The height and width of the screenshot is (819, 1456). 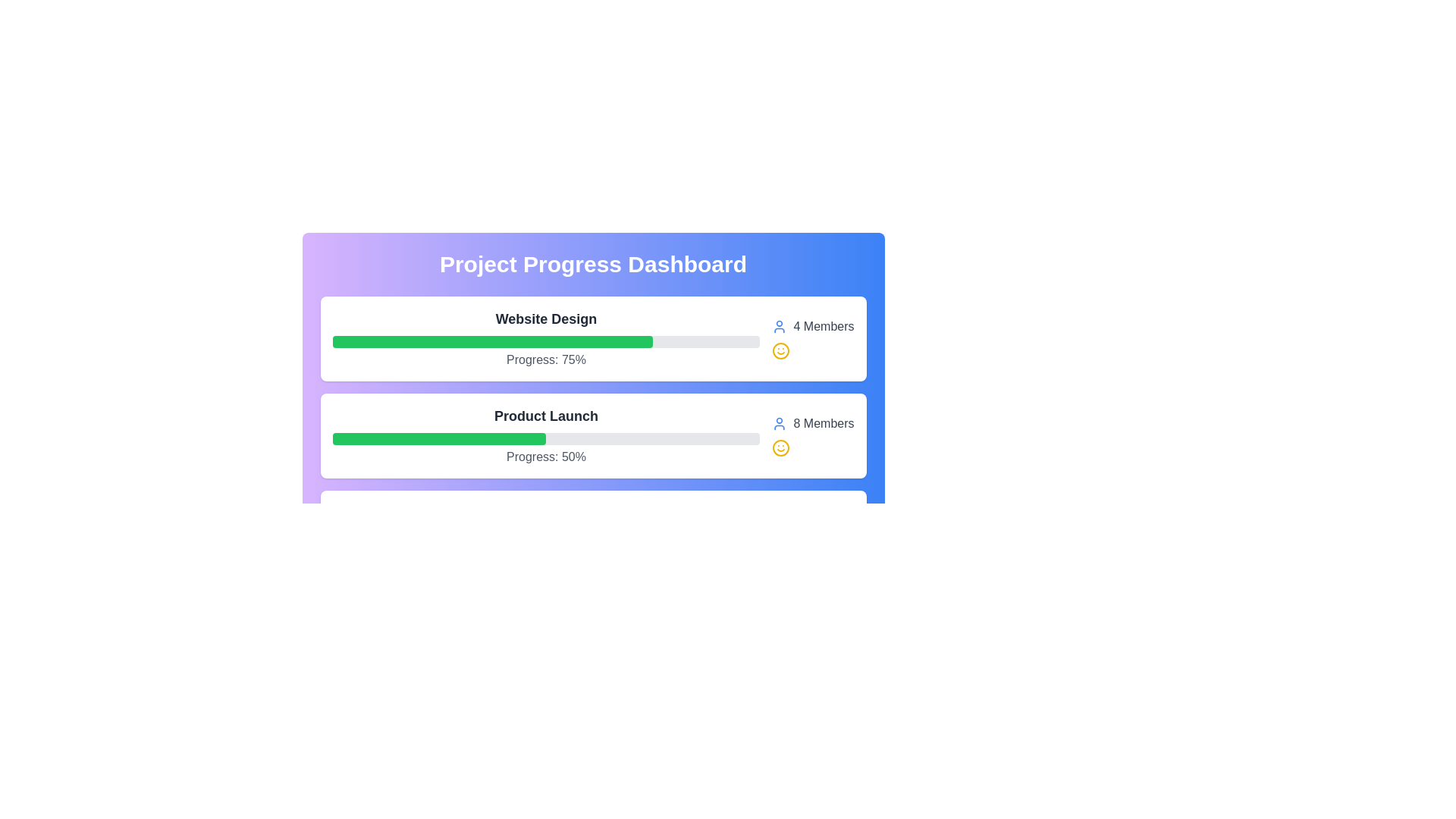 I want to click on the progress indicator bar that visualizes 75% progress for 'Website Design', positioned below the header and above the progress text, so click(x=546, y=342).